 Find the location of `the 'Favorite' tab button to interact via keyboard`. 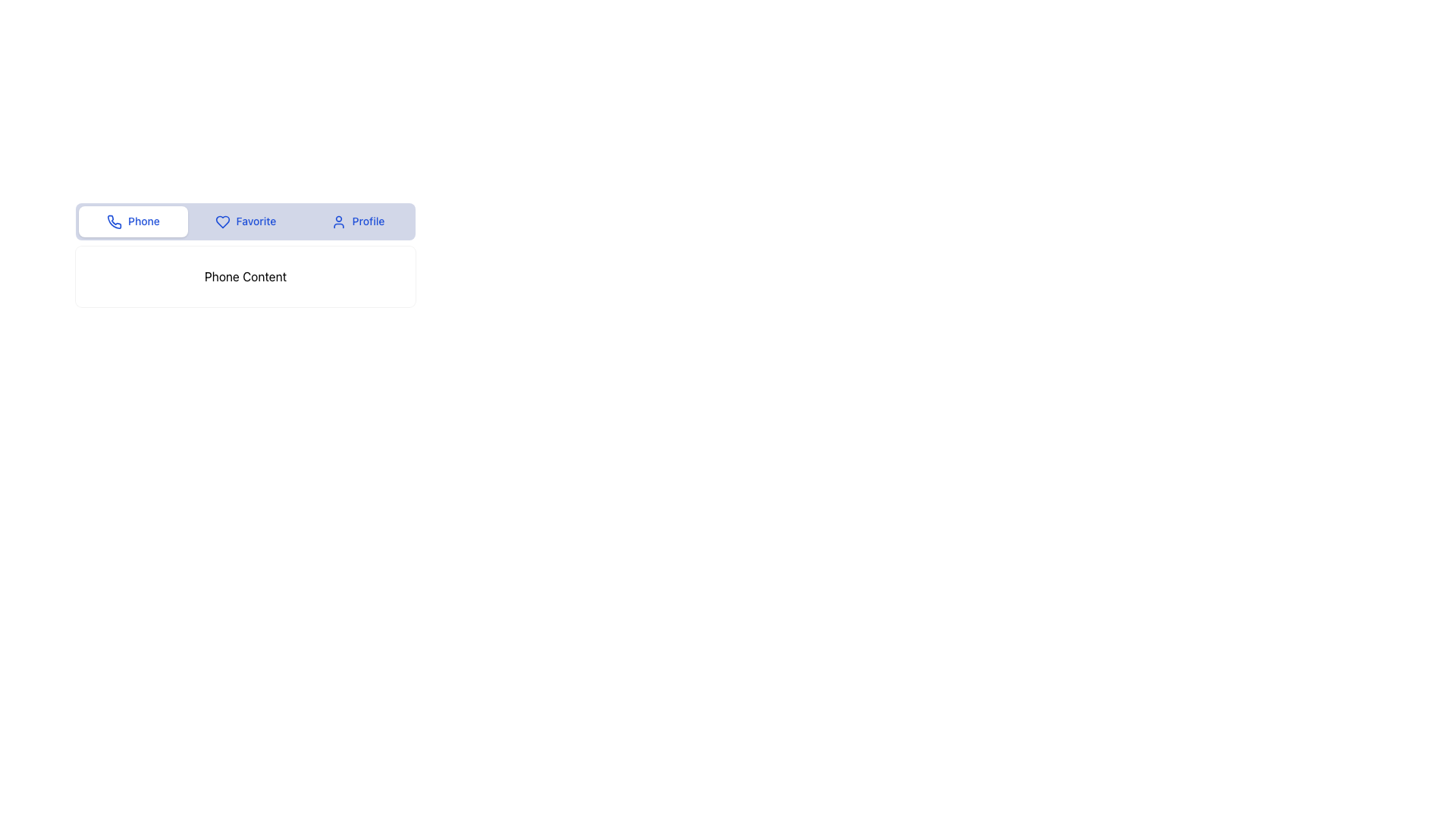

the 'Favorite' tab button to interact via keyboard is located at coordinates (246, 221).